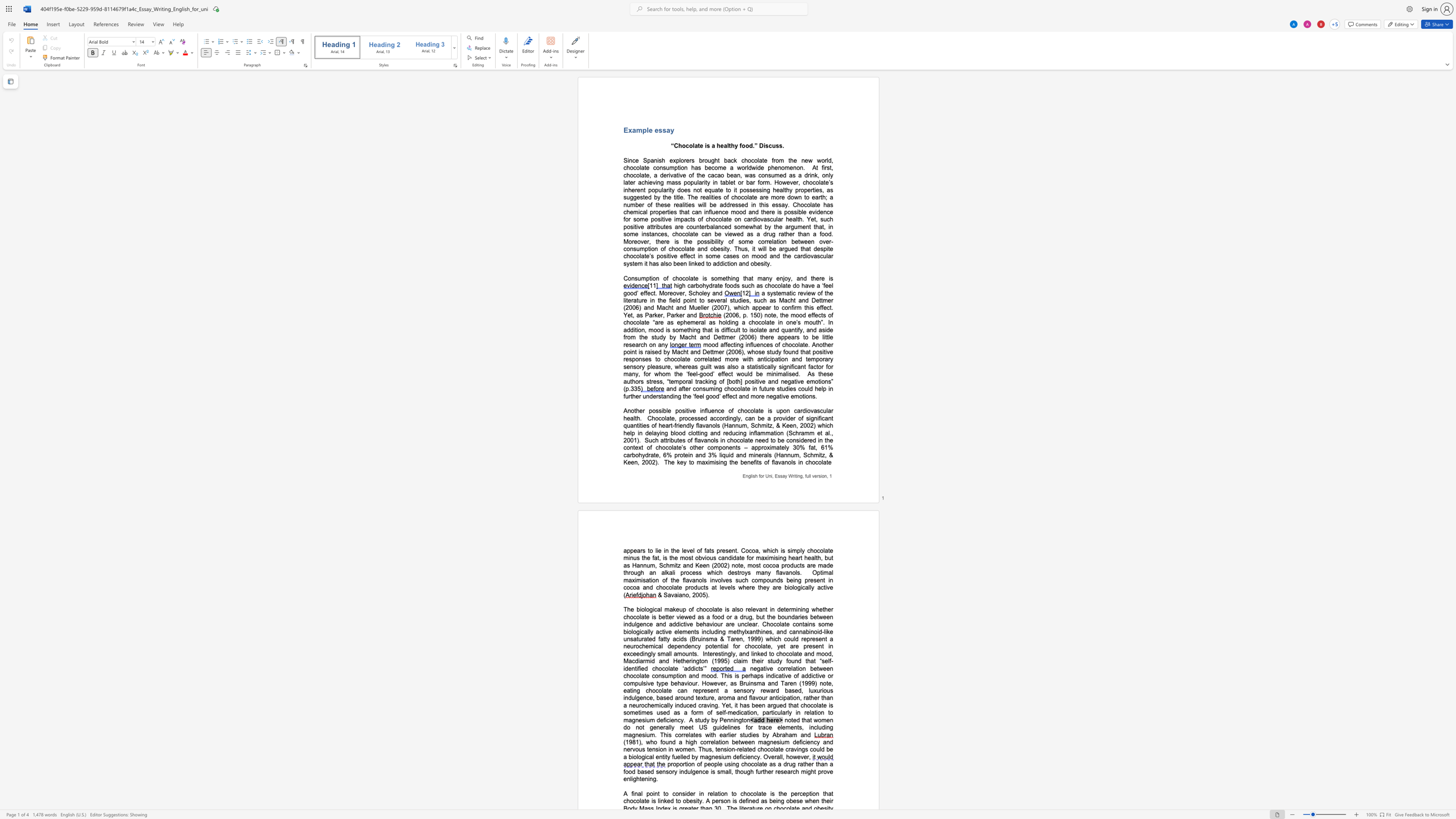 Image resolution: width=1456 pixels, height=819 pixels. I want to click on the space between the continuous character "o" and "m" in the text, so click(741, 226).